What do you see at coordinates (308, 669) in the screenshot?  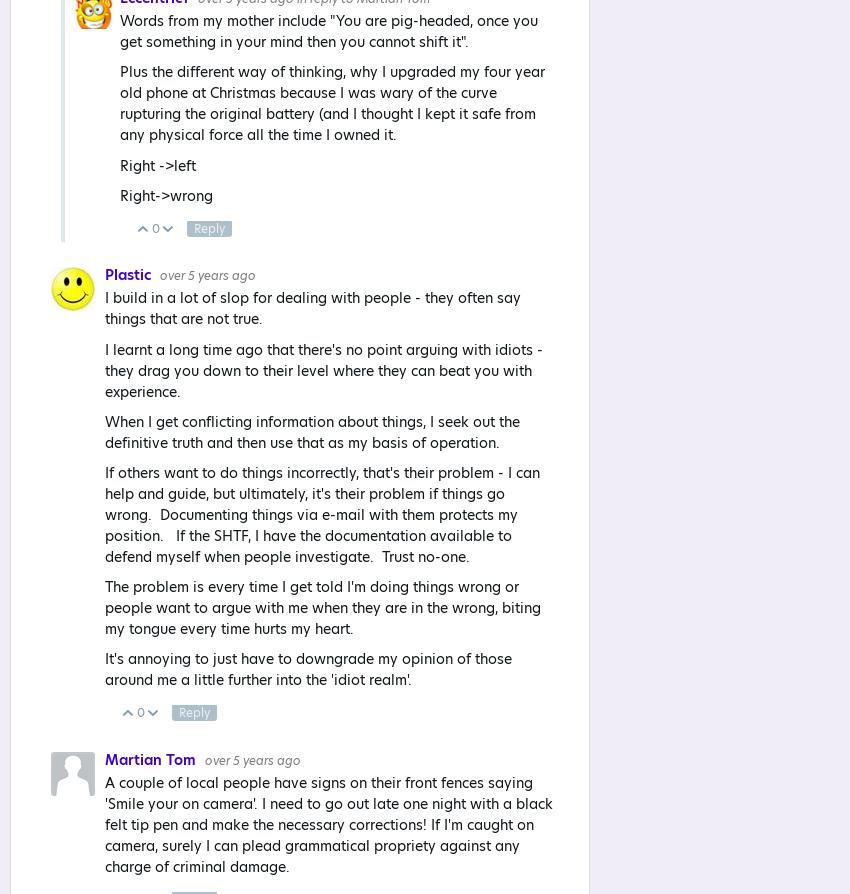 I see `'It's annoying to just have to downgrade my opinion of those around me a little further into the 'idiot realm'.'` at bounding box center [308, 669].